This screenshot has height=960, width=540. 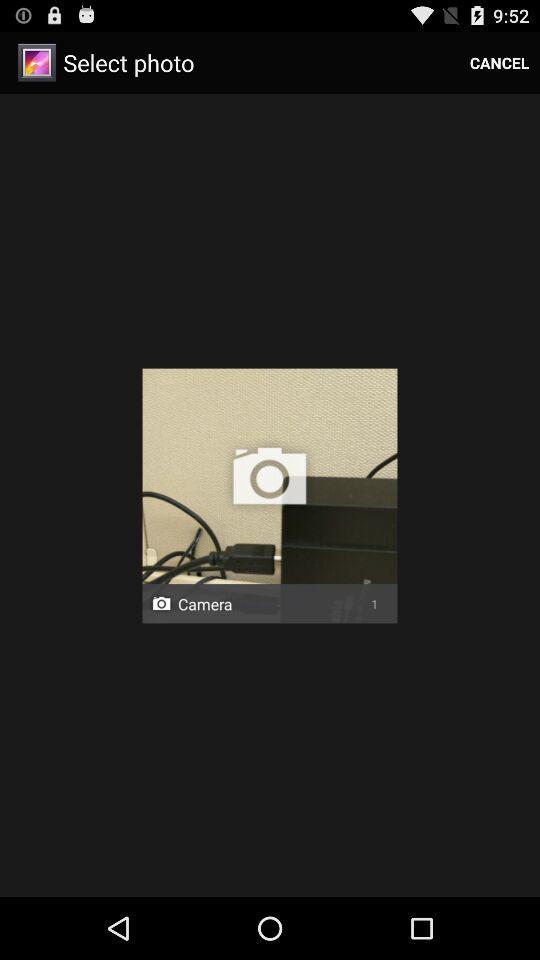 What do you see at coordinates (498, 62) in the screenshot?
I see `the icon next to the select photo icon` at bounding box center [498, 62].